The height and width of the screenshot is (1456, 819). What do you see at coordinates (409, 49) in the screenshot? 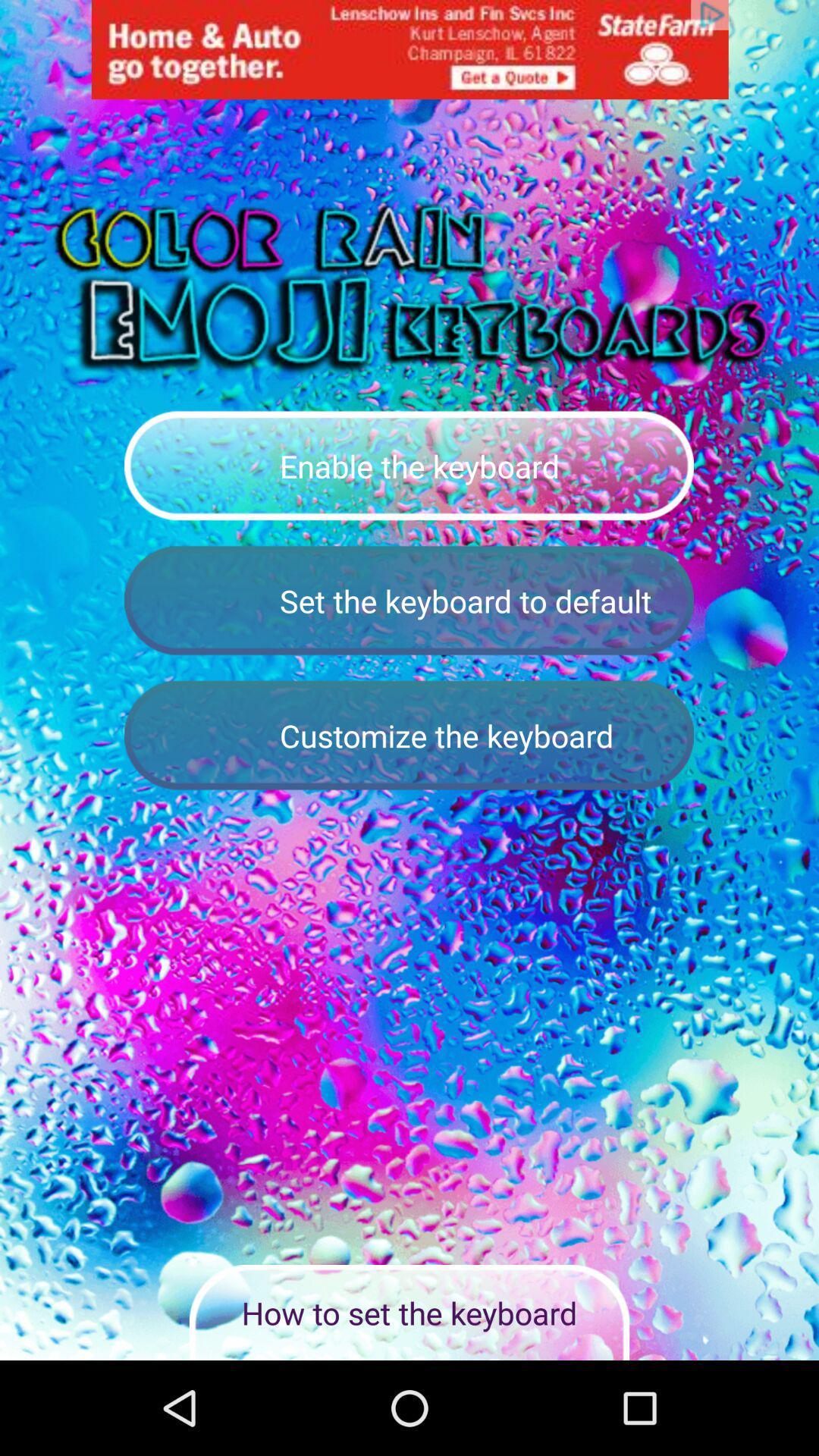
I see `advertisement` at bounding box center [409, 49].